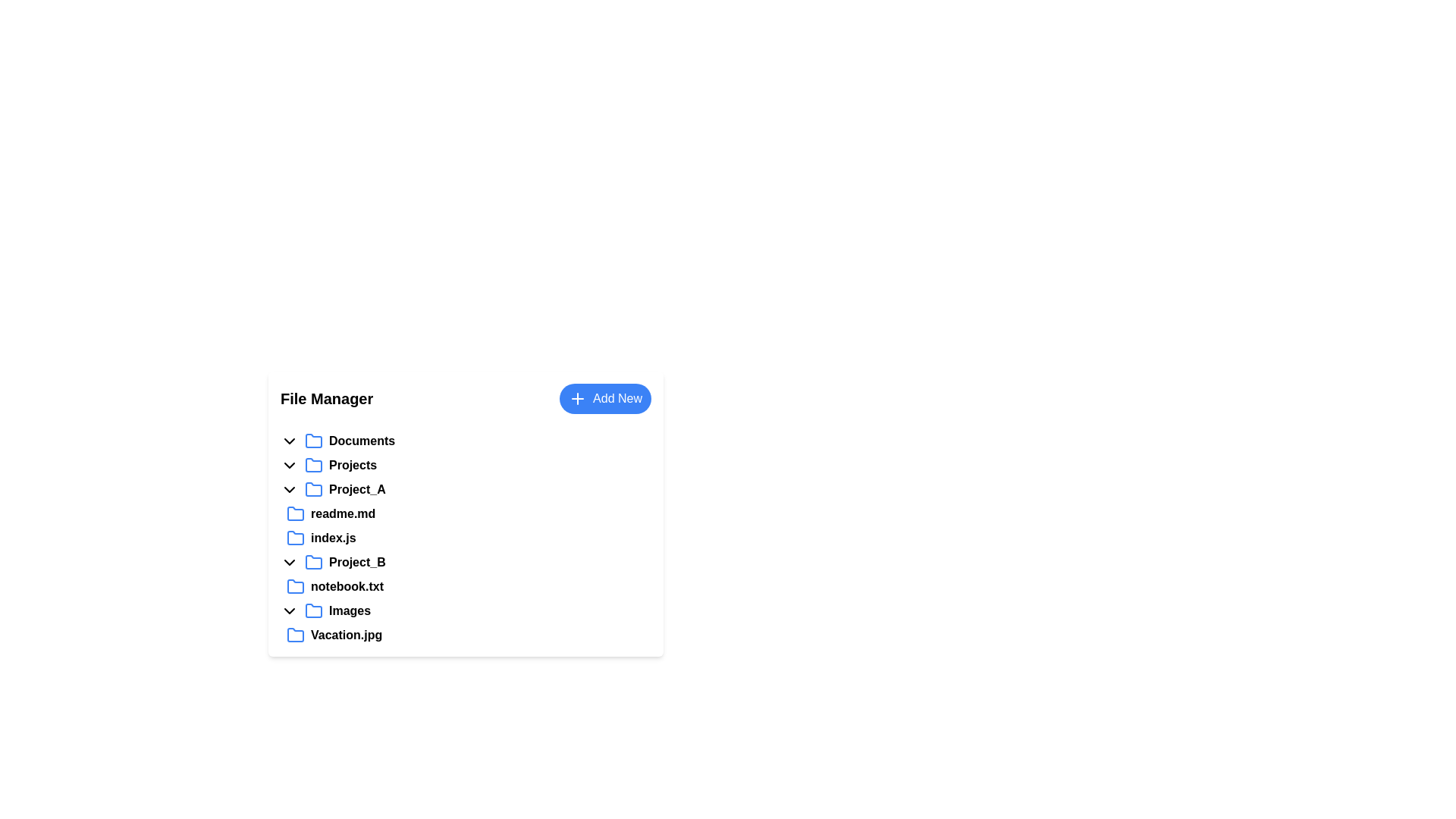 The image size is (1456, 819). I want to click on the text label displaying 'Images' in bold, located under the 'Project_B' folder, so click(349, 610).